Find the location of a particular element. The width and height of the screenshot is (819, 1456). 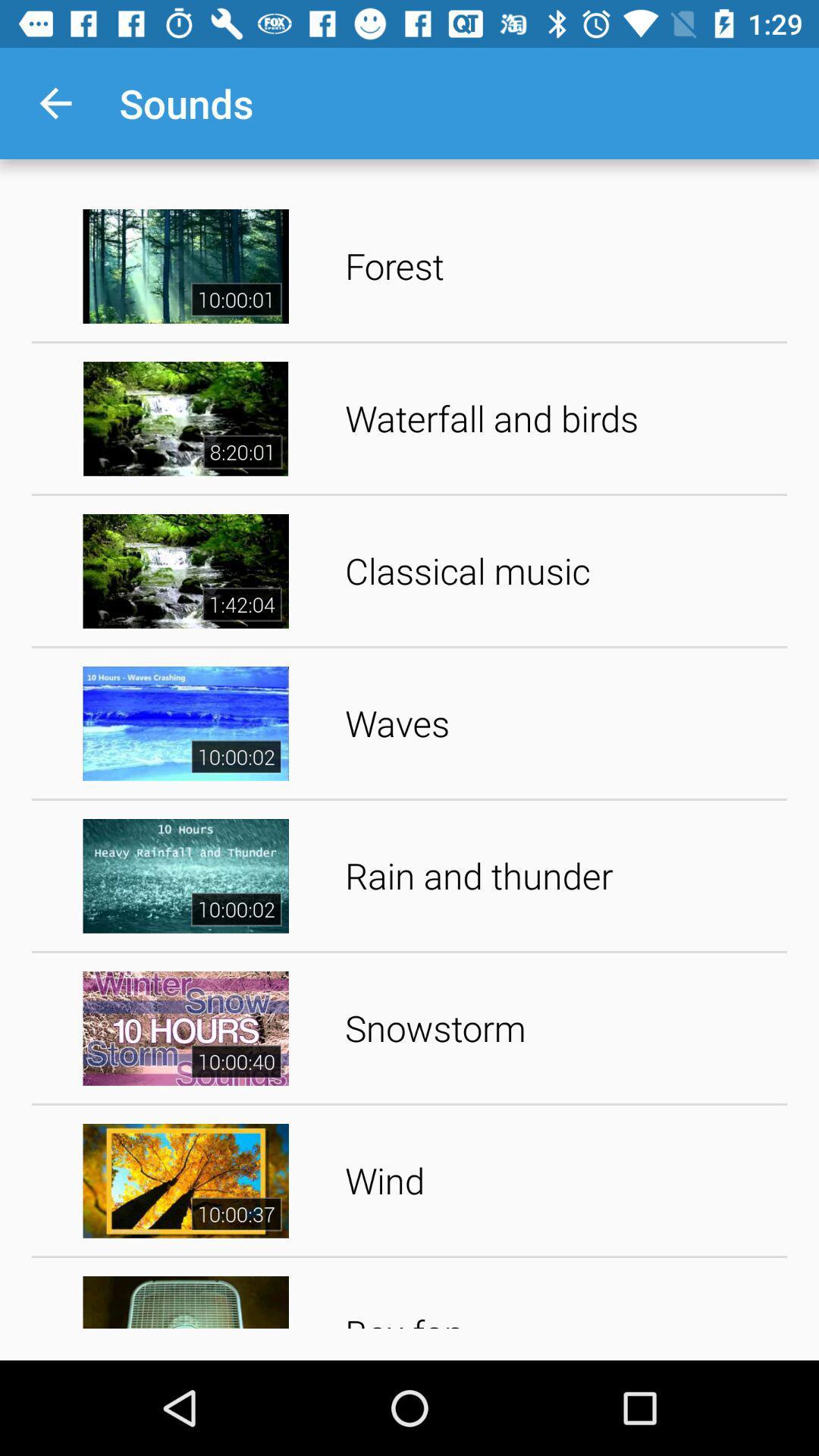

the waterfall and birds app is located at coordinates (560, 419).